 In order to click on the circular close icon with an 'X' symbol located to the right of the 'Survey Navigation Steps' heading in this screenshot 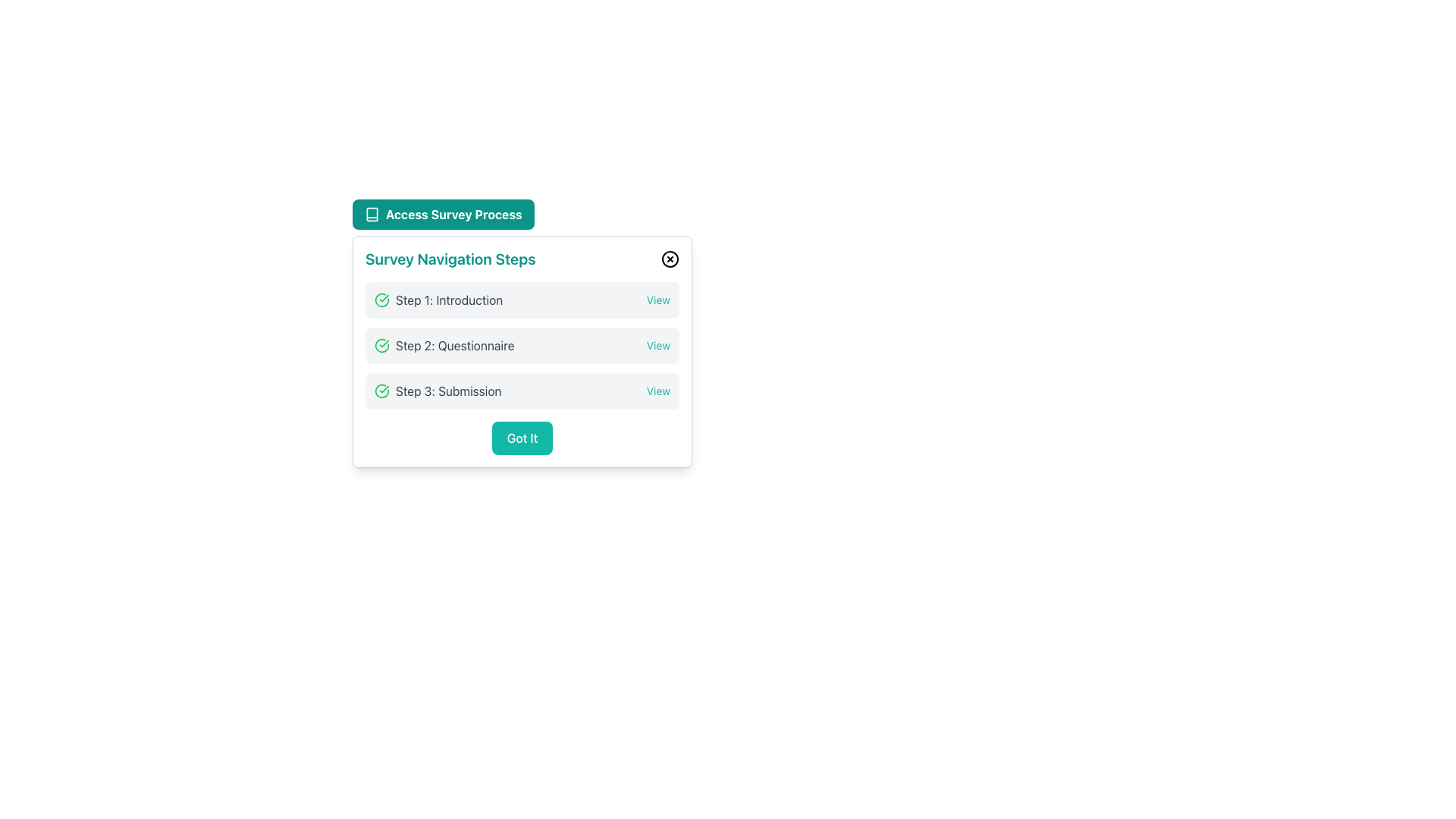, I will do `click(669, 259)`.